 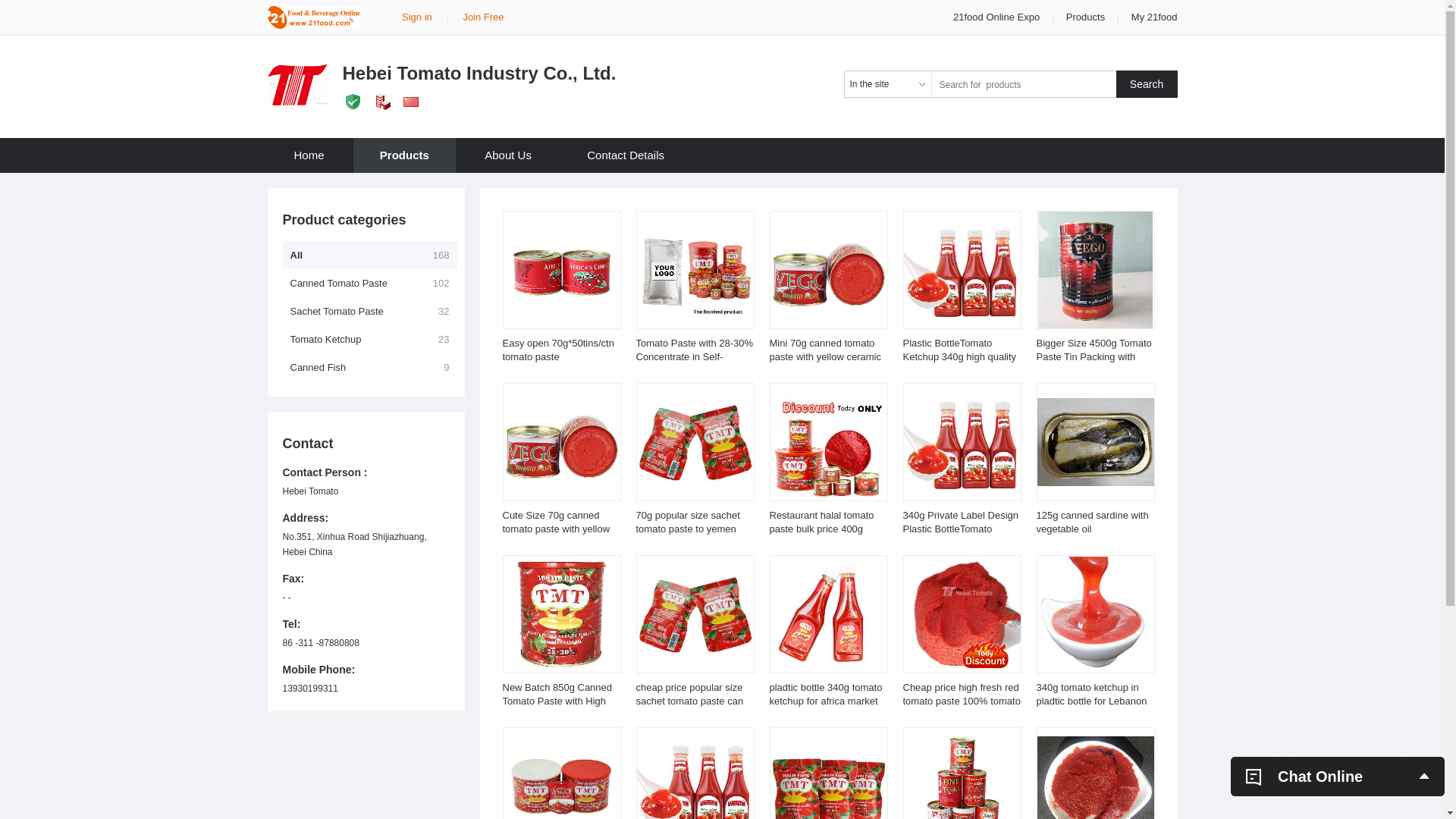 What do you see at coordinates (308, 155) in the screenshot?
I see `'Home'` at bounding box center [308, 155].